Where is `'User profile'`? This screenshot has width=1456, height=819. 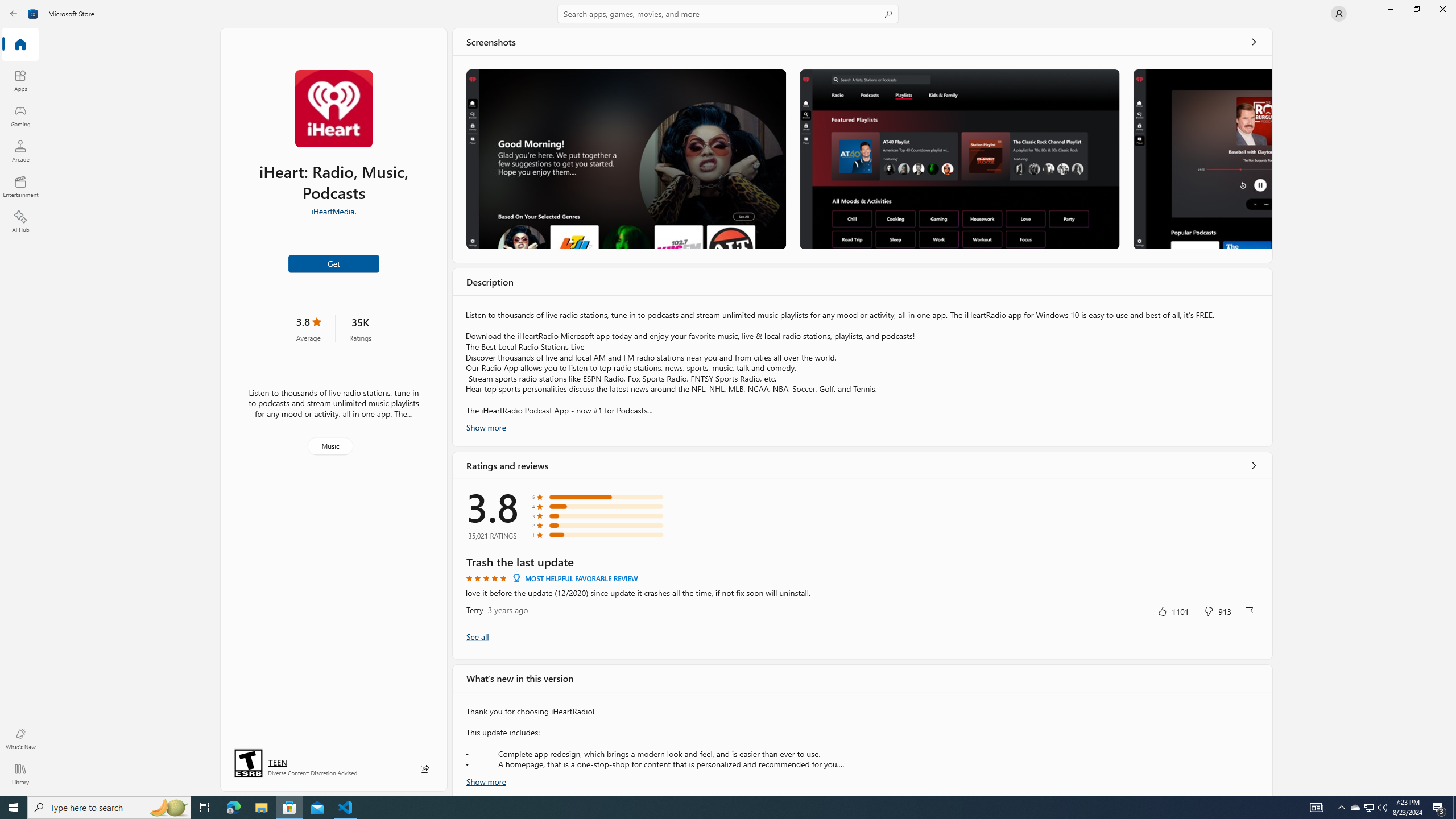 'User profile' is located at coordinates (1338, 13).